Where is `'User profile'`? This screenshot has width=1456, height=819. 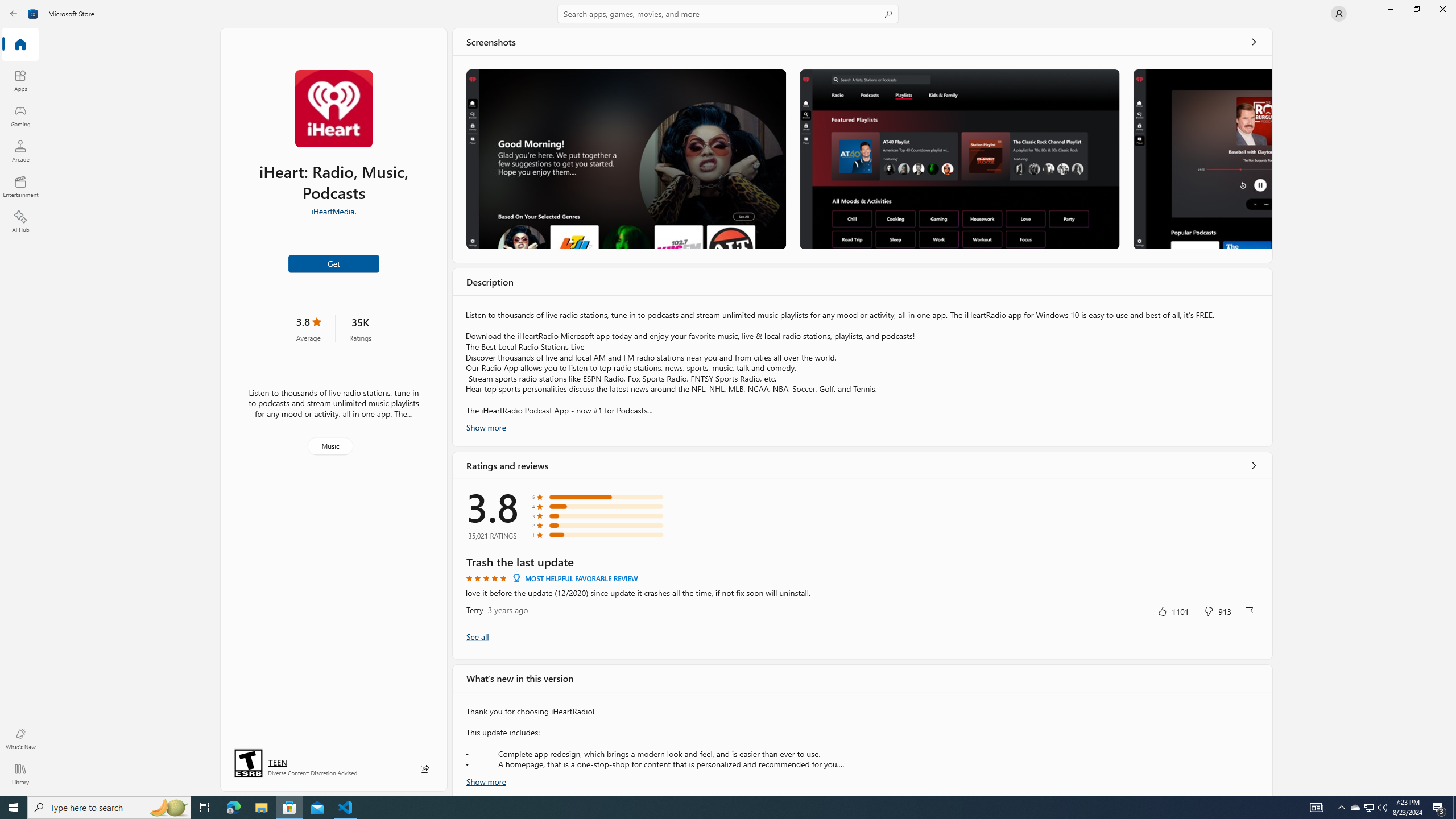 'User profile' is located at coordinates (1338, 13).